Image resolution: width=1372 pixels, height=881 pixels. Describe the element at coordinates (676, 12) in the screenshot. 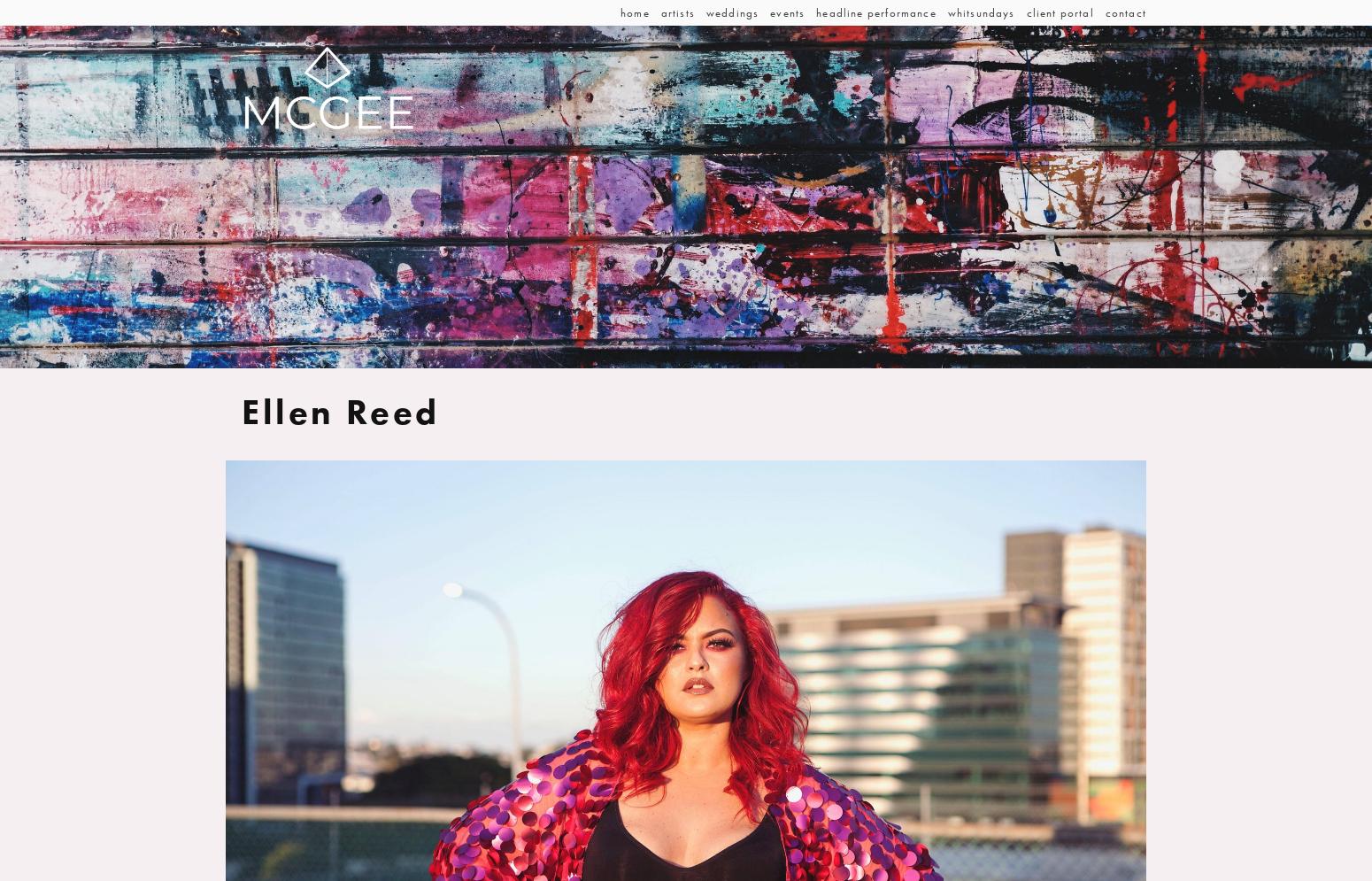

I see `'Artists'` at that location.